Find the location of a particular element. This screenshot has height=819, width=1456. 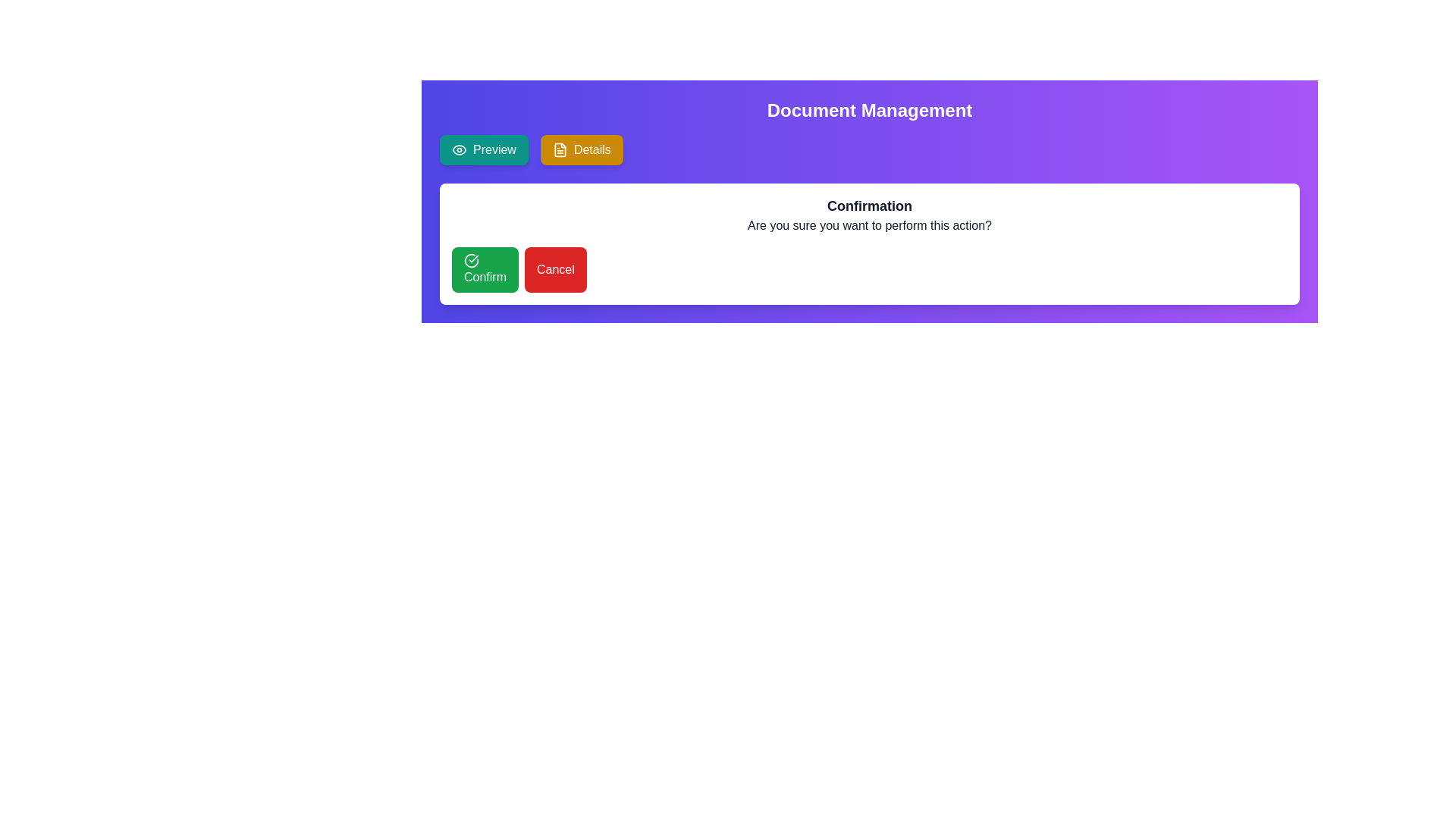

the confirmation icon located to the left of the text label within the 'Confirm' button is located at coordinates (471, 259).